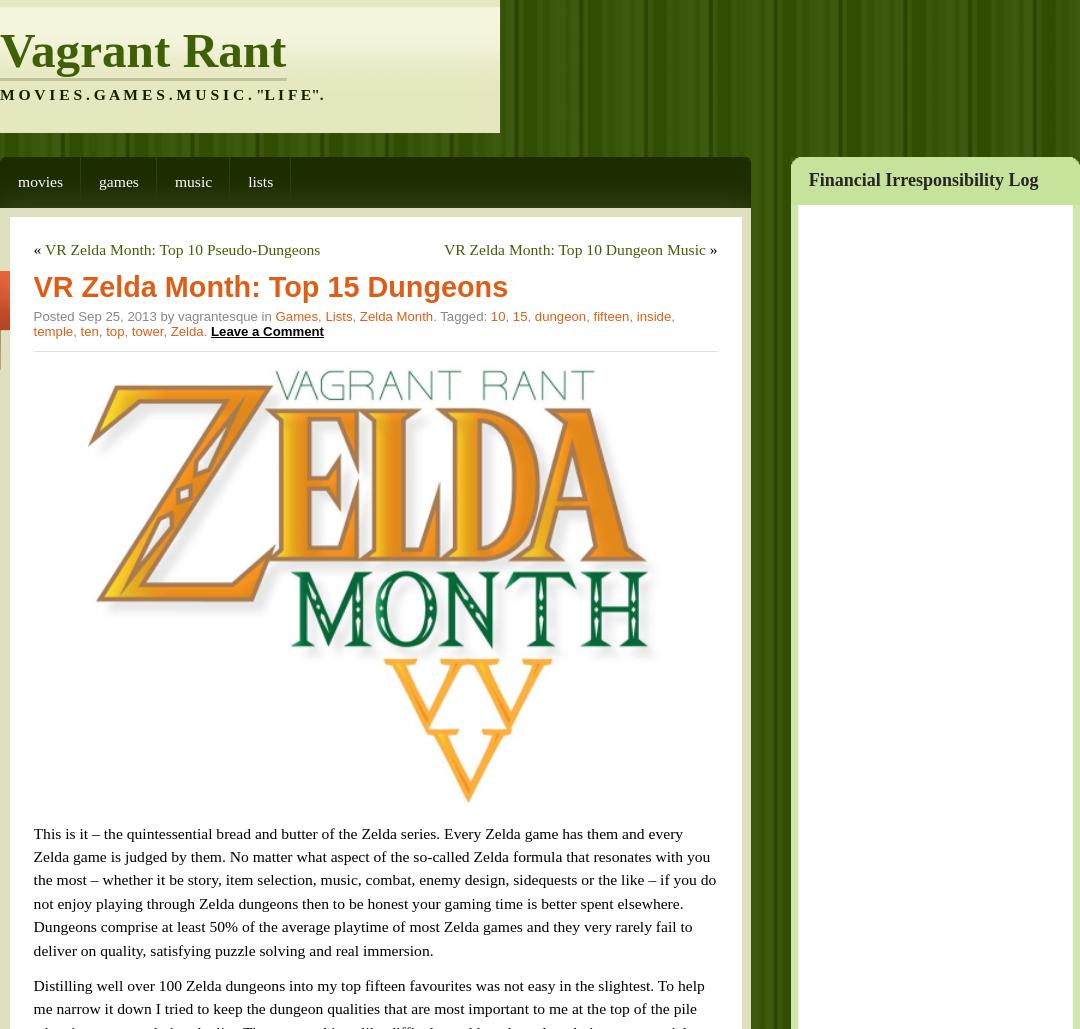 The image size is (1080, 1029). Describe the element at coordinates (141, 274) in the screenshot. I see `'Zelda'` at that location.